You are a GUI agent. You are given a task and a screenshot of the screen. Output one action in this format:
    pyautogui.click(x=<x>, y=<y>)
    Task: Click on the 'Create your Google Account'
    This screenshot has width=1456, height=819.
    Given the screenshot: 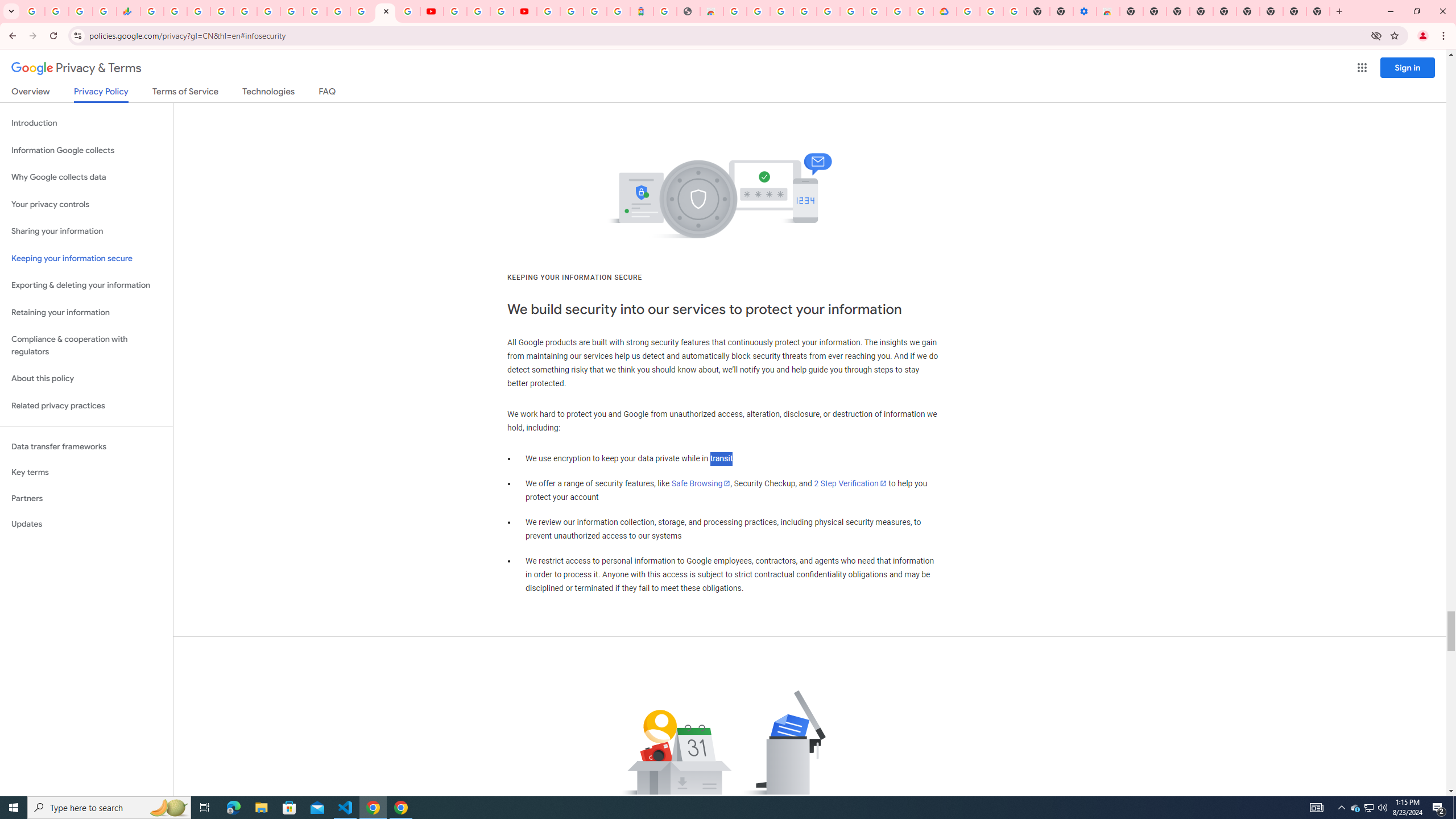 What is the action you would take?
    pyautogui.click(x=500, y=11)
    